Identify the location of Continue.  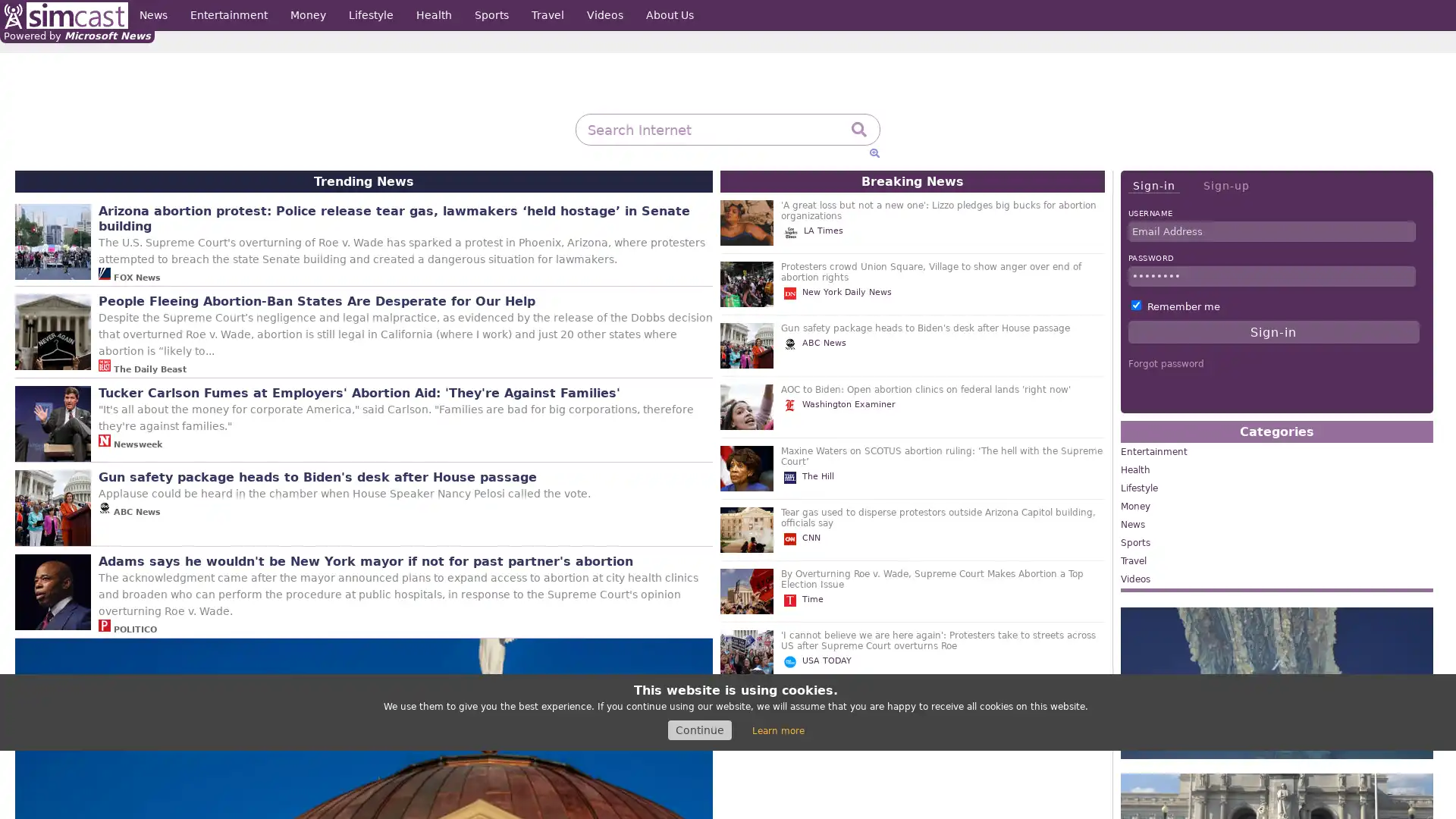
(698, 730).